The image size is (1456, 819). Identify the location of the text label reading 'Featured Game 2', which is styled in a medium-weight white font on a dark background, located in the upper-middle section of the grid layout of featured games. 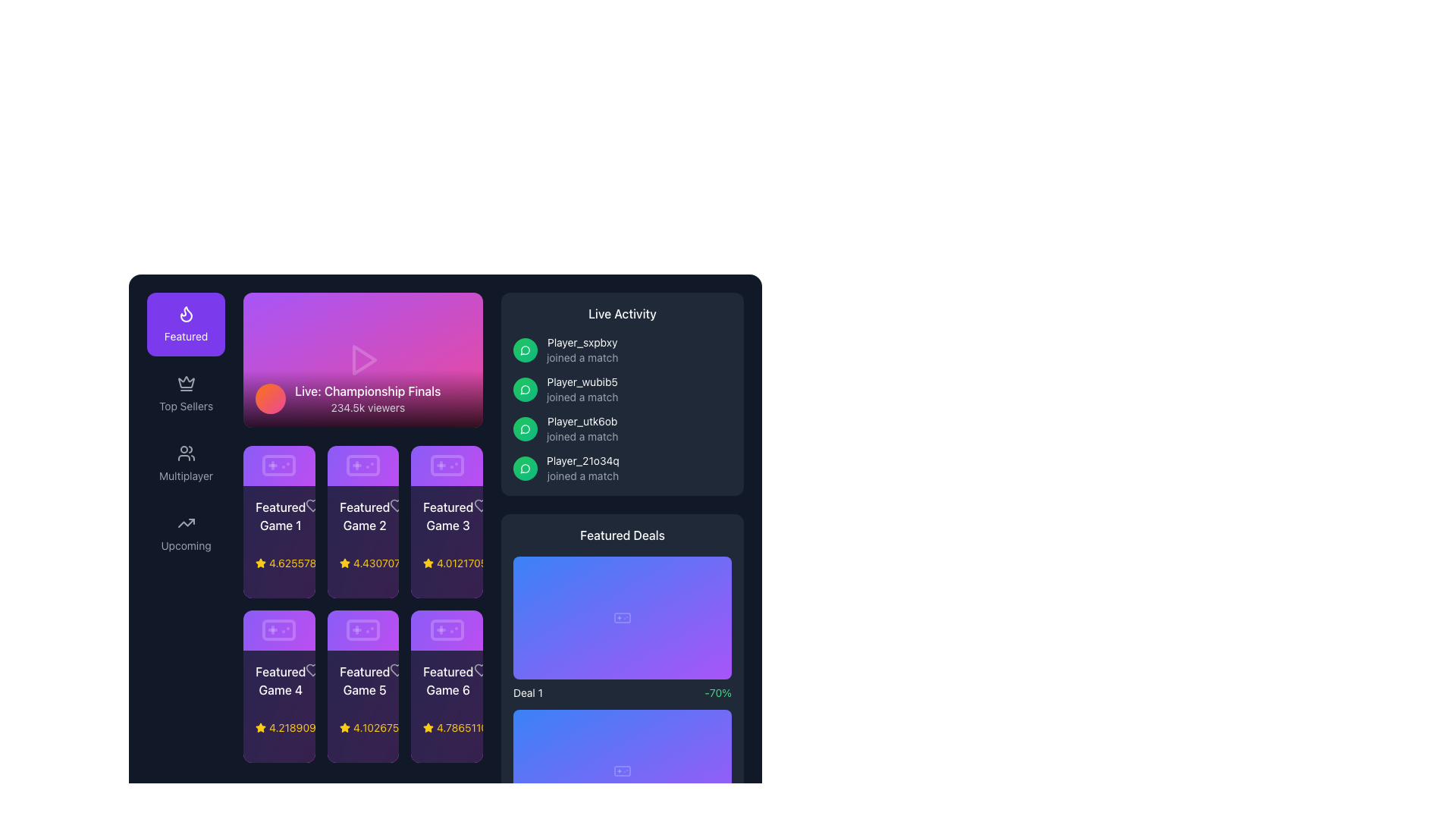
(362, 515).